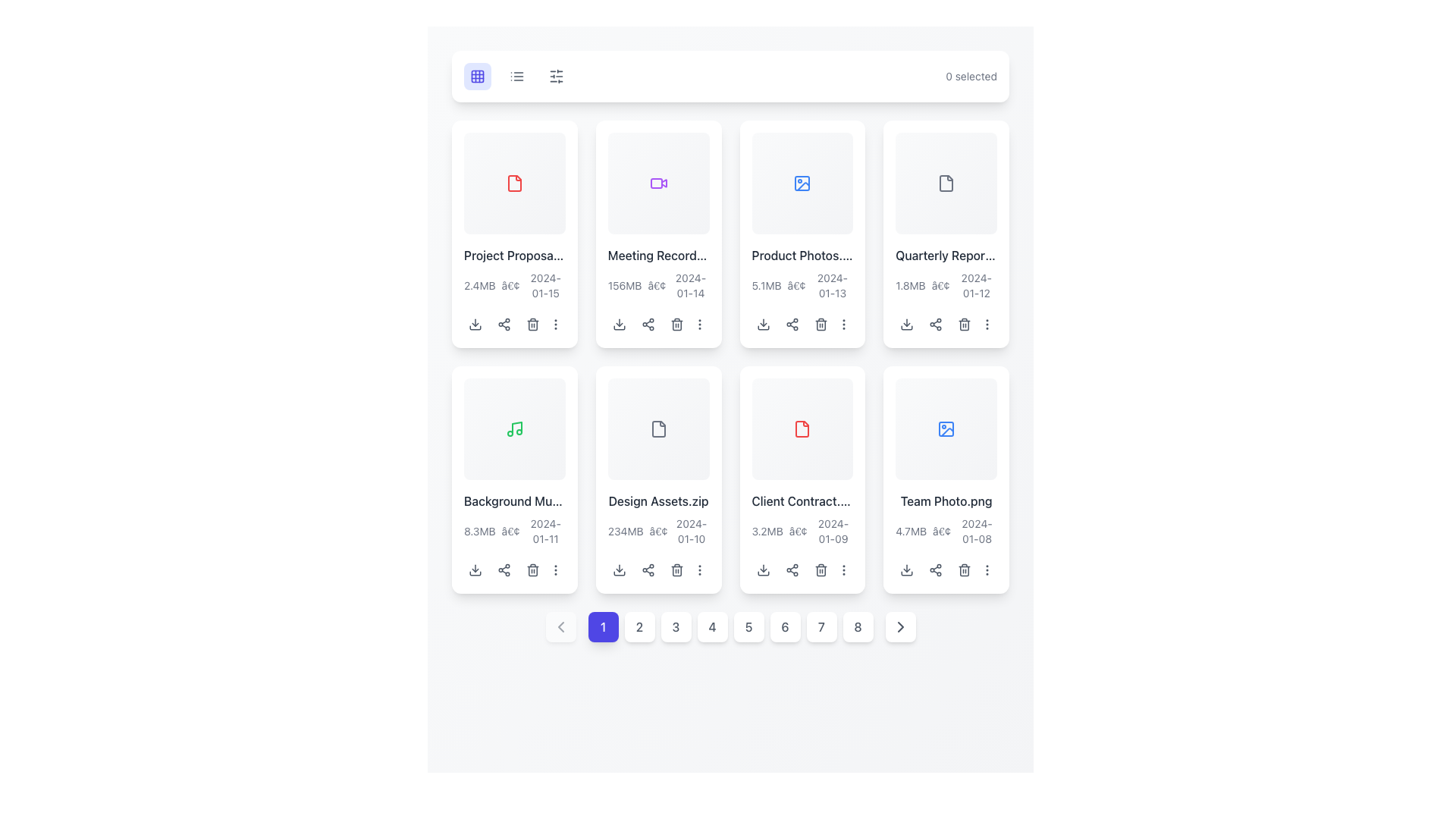  I want to click on the decorative video file indicator icon located at the center of the card in the second position of the top row to inspect its associated content, so click(656, 182).